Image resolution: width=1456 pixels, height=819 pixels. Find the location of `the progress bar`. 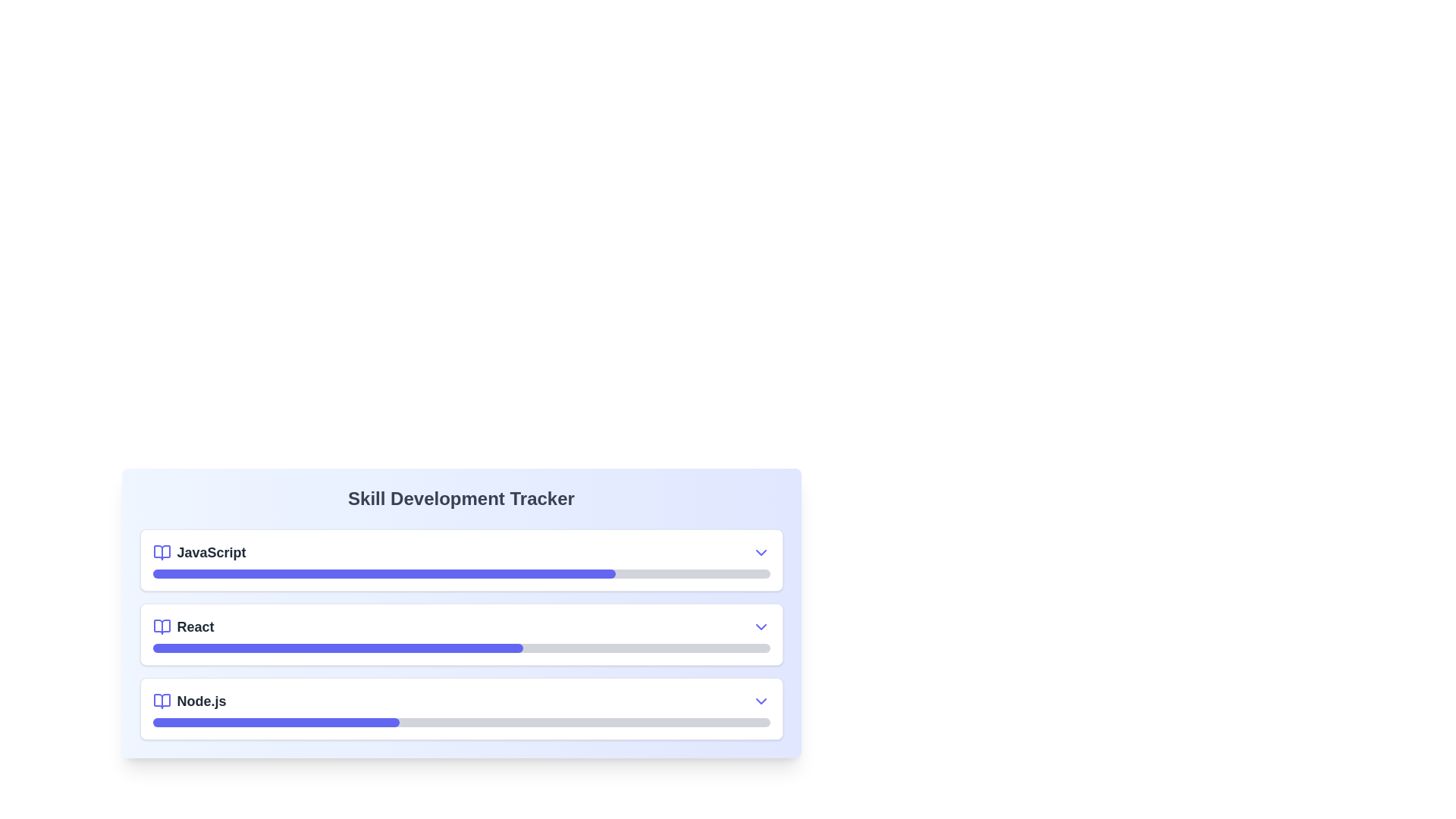

the progress bar is located at coordinates (177, 721).